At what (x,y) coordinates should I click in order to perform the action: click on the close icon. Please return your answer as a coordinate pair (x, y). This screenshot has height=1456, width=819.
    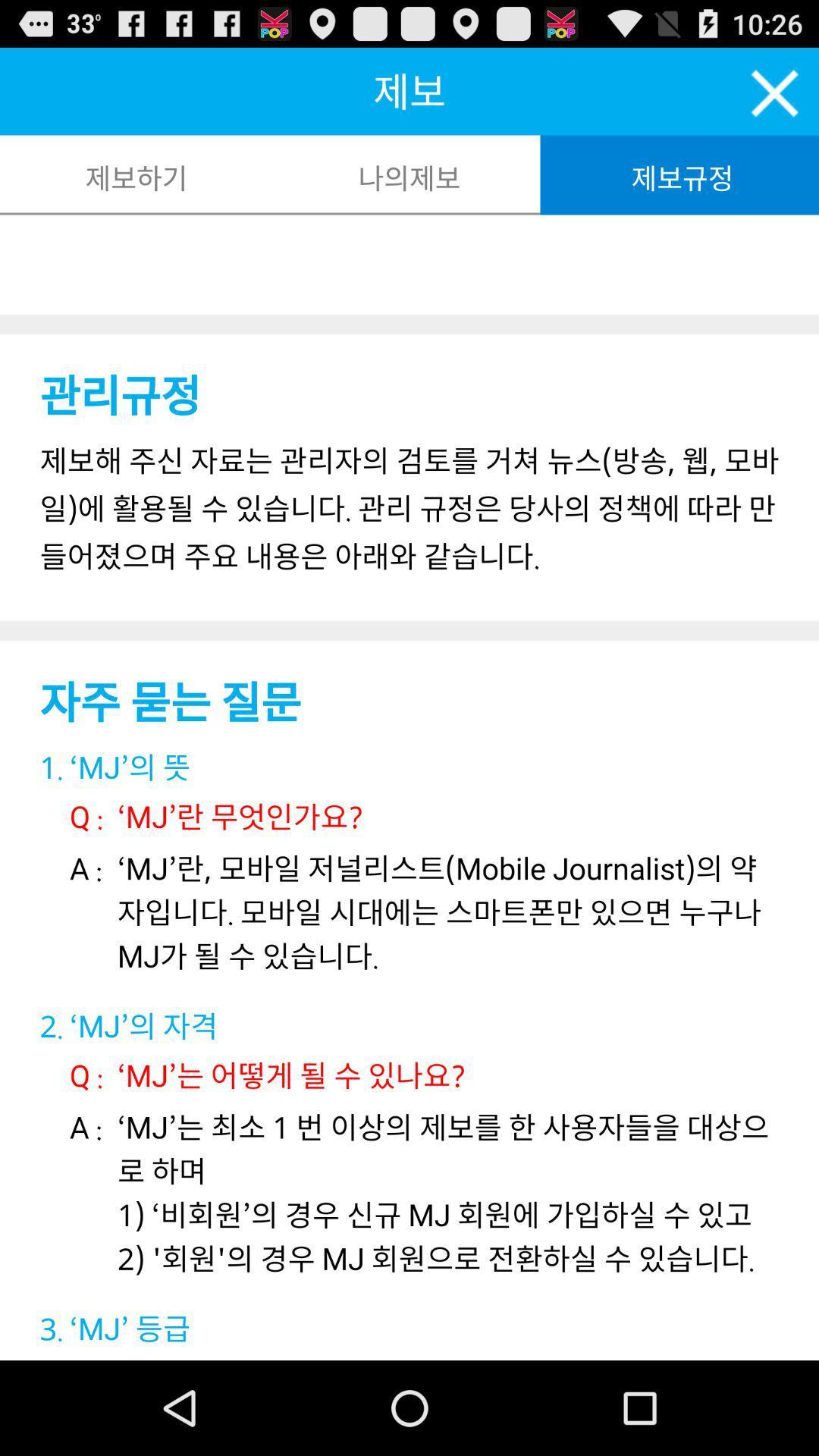
    Looking at the image, I should click on (775, 99).